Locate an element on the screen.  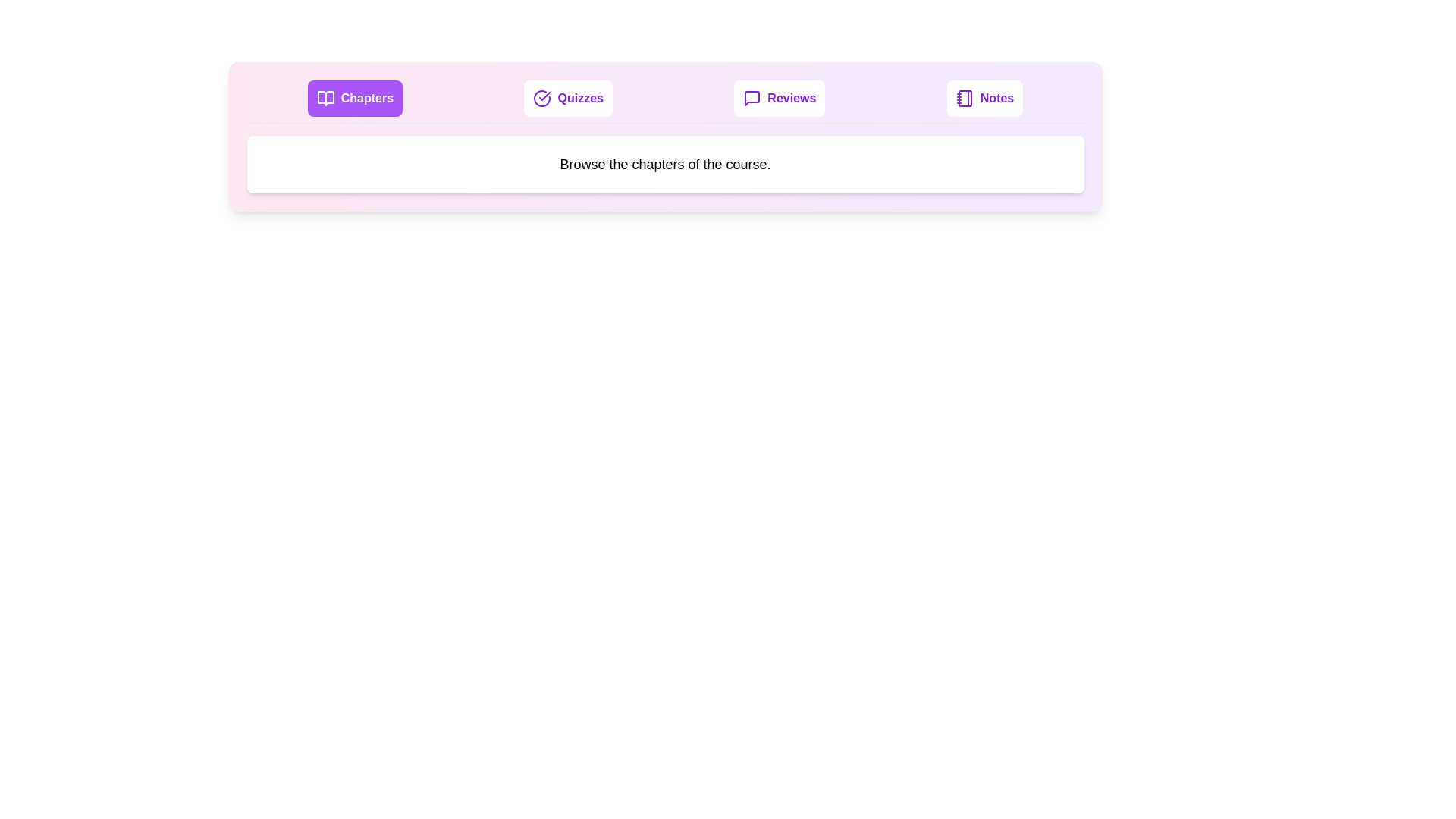
the Chapters tab is located at coordinates (353, 99).